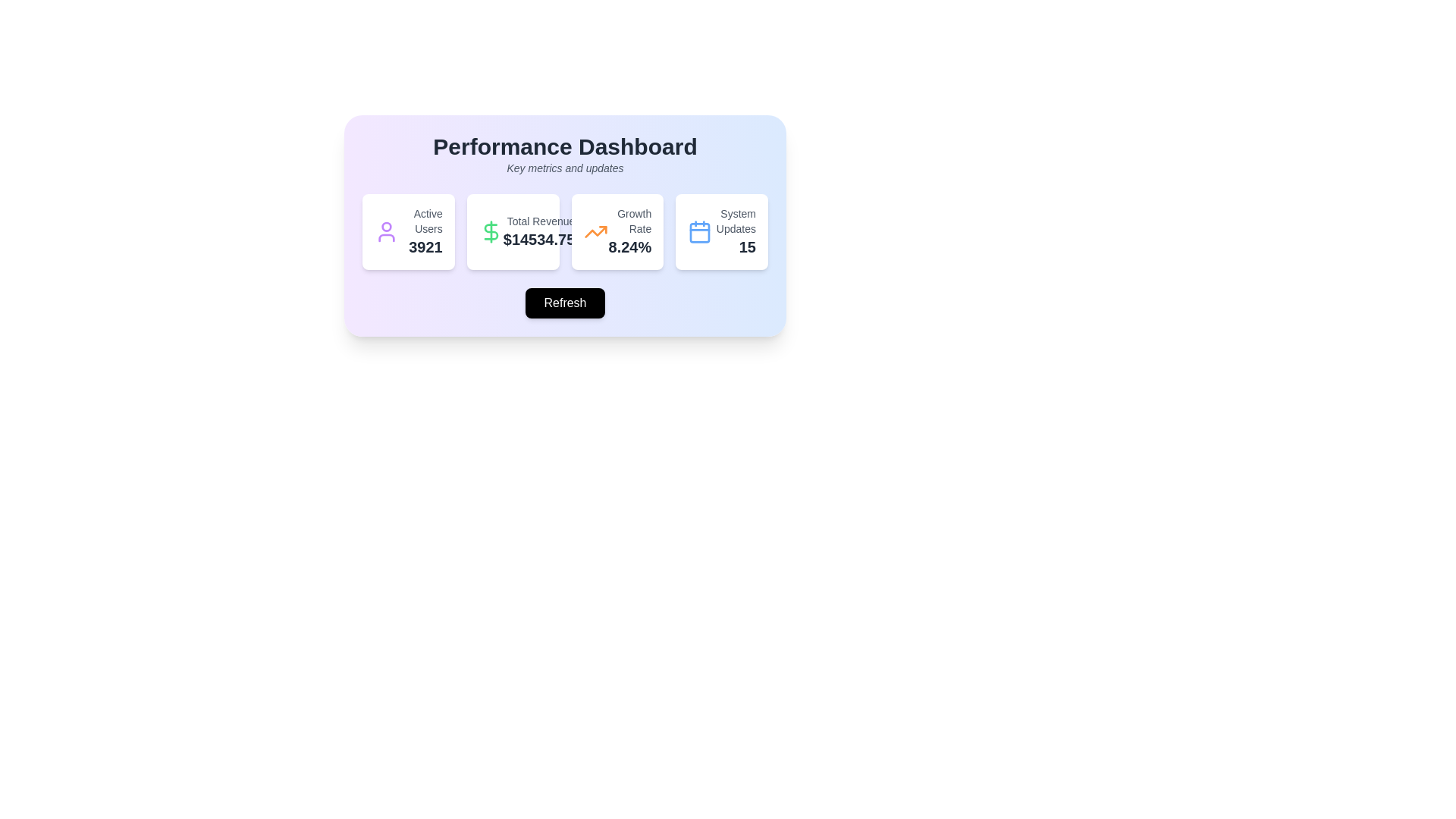  I want to click on the blue calendar icon located in the fourth card labeled 'System Updates', which is positioned above the number 15 and to the left of the text label, so click(699, 231).